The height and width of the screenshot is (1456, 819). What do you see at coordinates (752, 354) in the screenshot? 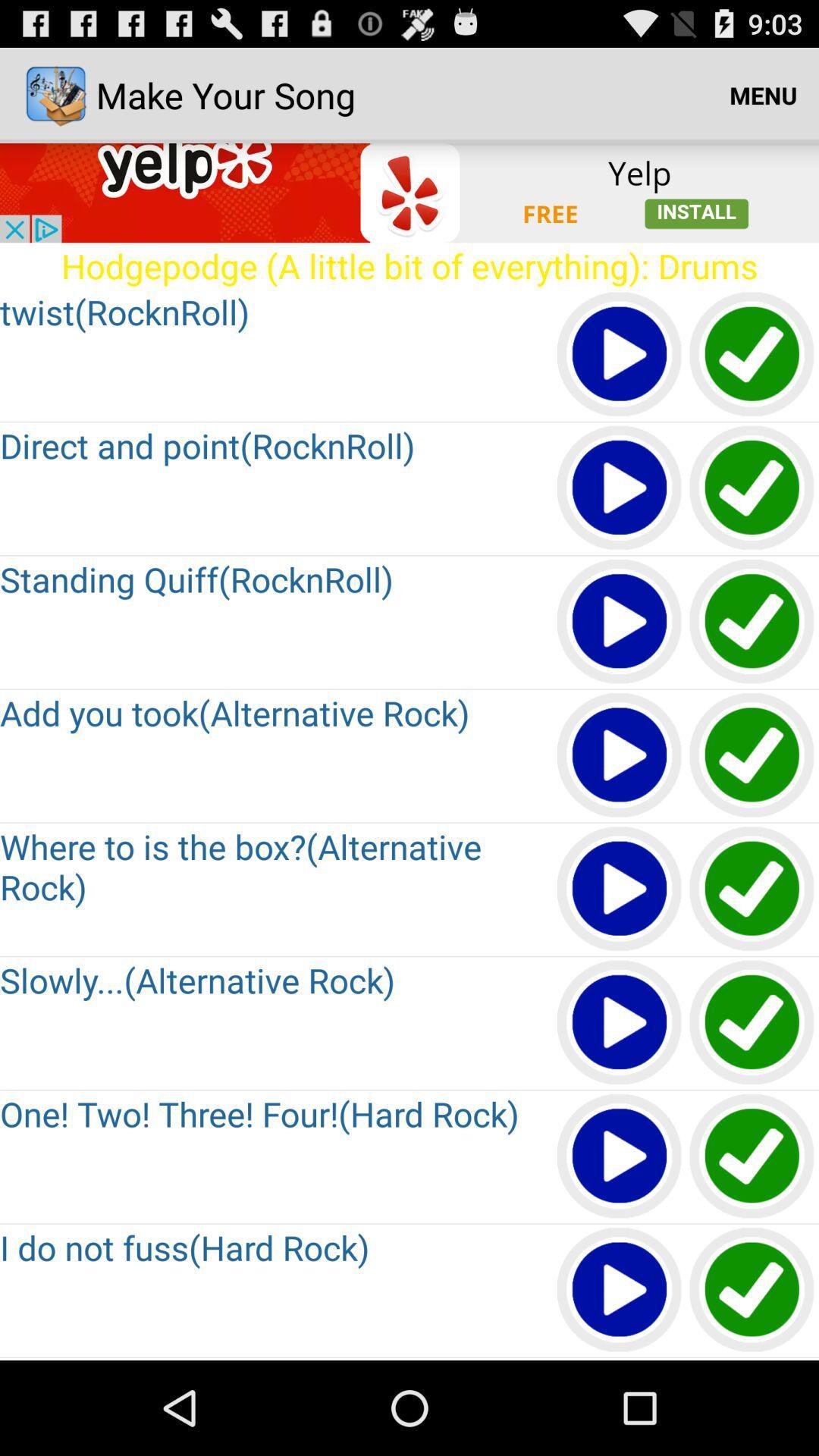
I see `choose track` at bounding box center [752, 354].